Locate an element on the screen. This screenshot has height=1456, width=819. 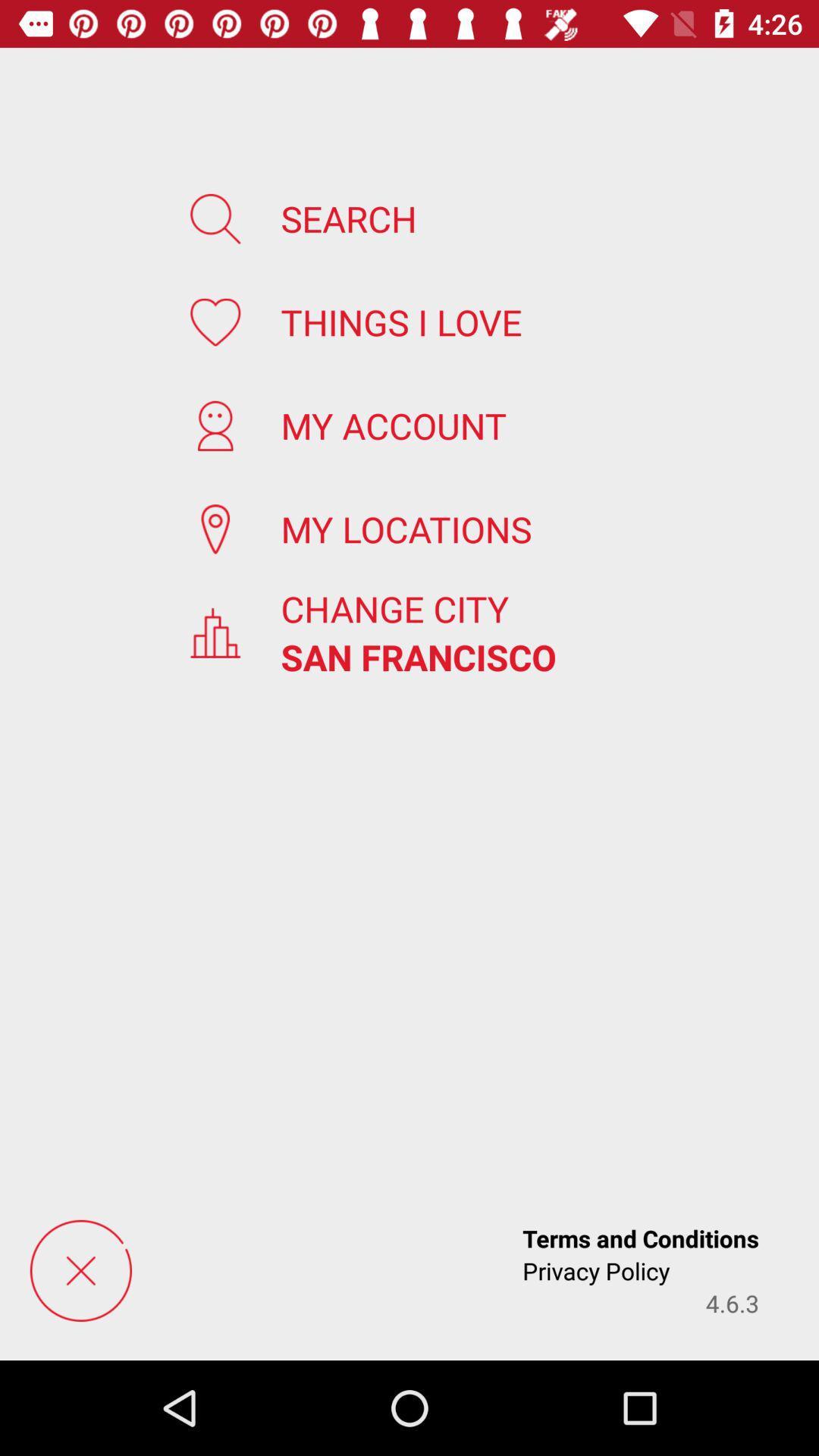
the item below the my locations app is located at coordinates (394, 608).